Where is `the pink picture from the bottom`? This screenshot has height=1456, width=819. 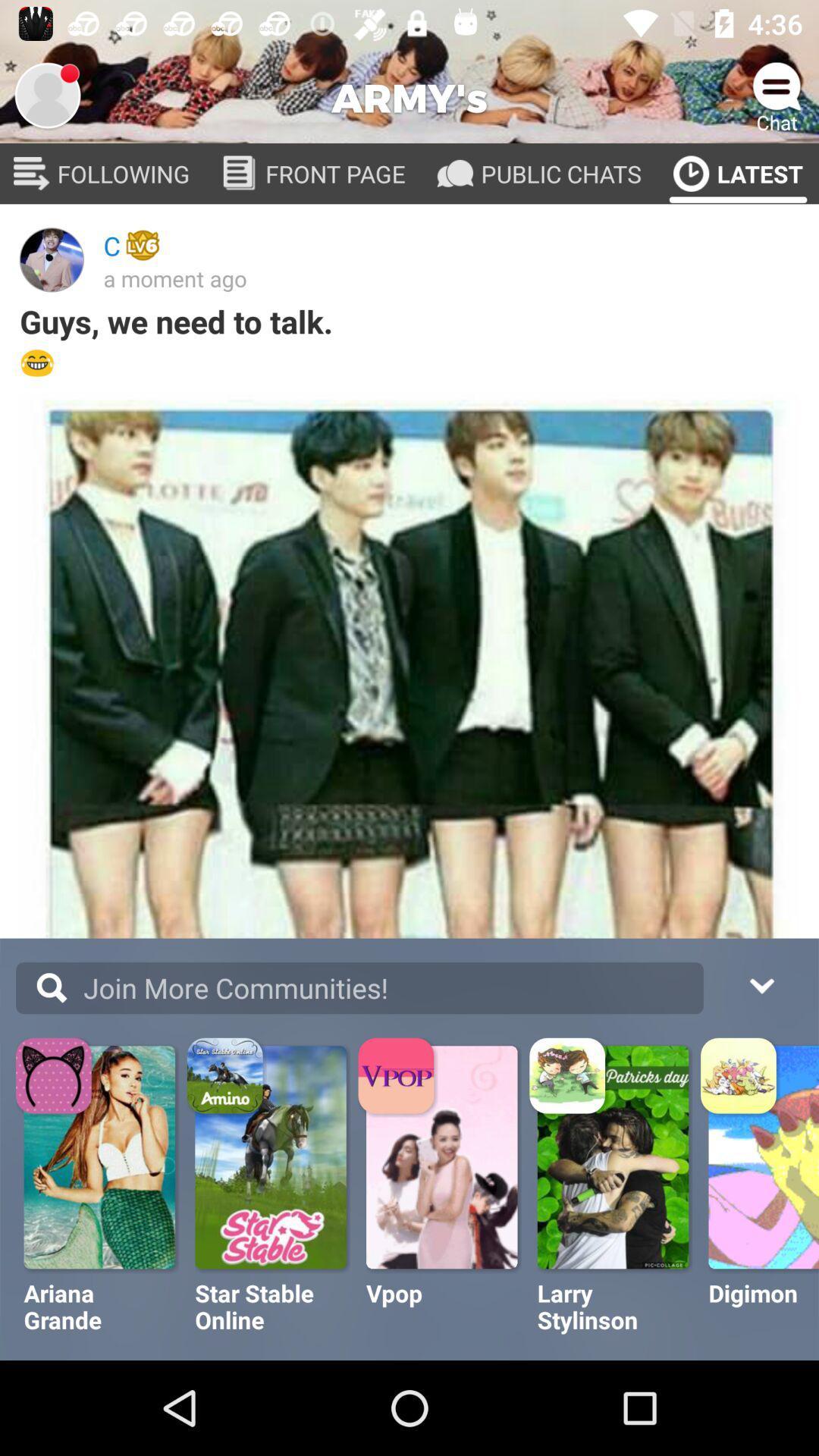 the pink picture from the bottom is located at coordinates (444, 1156).